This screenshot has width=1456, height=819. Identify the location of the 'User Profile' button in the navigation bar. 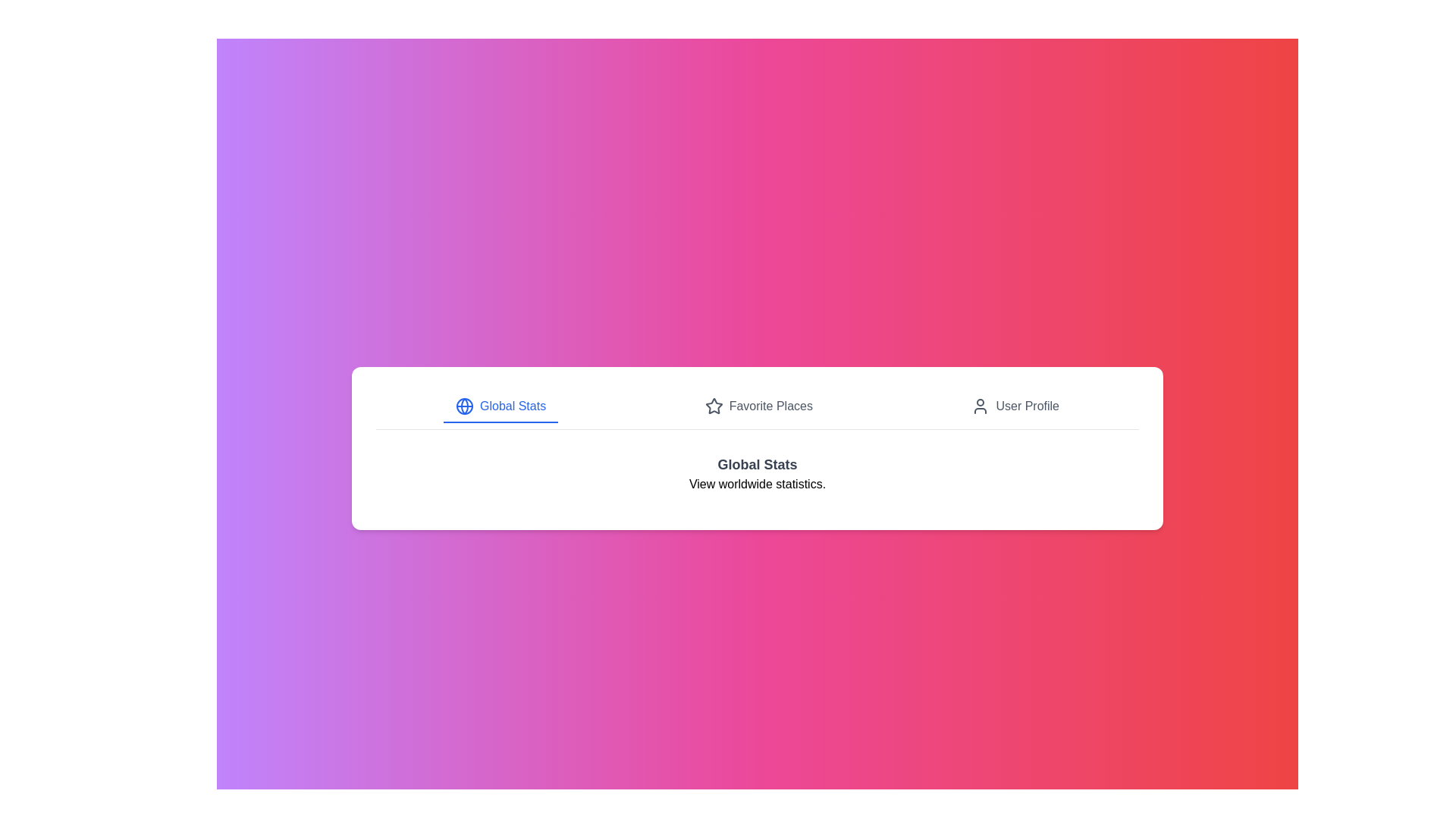
(1015, 406).